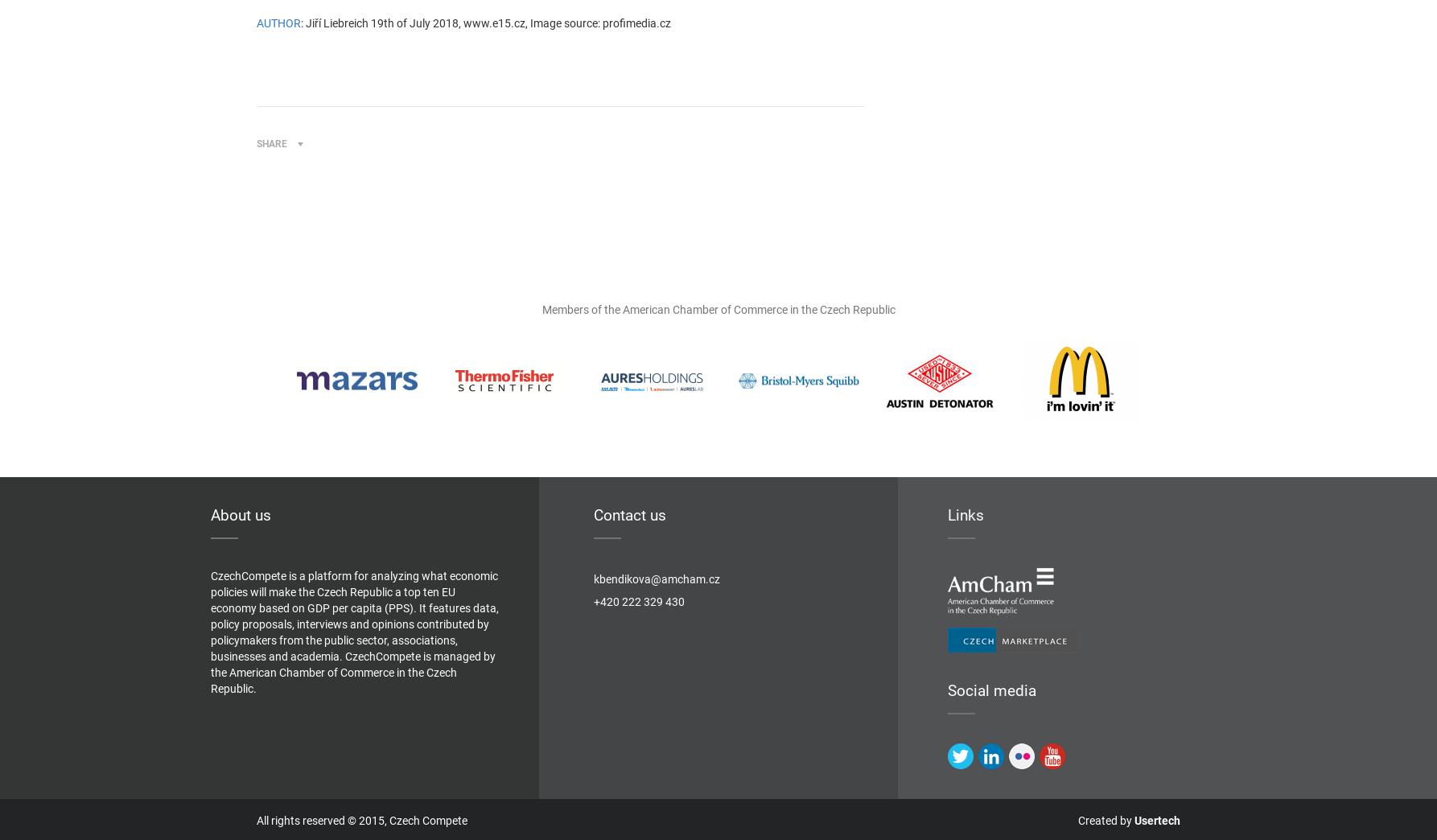  Describe the element at coordinates (655, 579) in the screenshot. I see `'kbendikova@amcham.cz'` at that location.